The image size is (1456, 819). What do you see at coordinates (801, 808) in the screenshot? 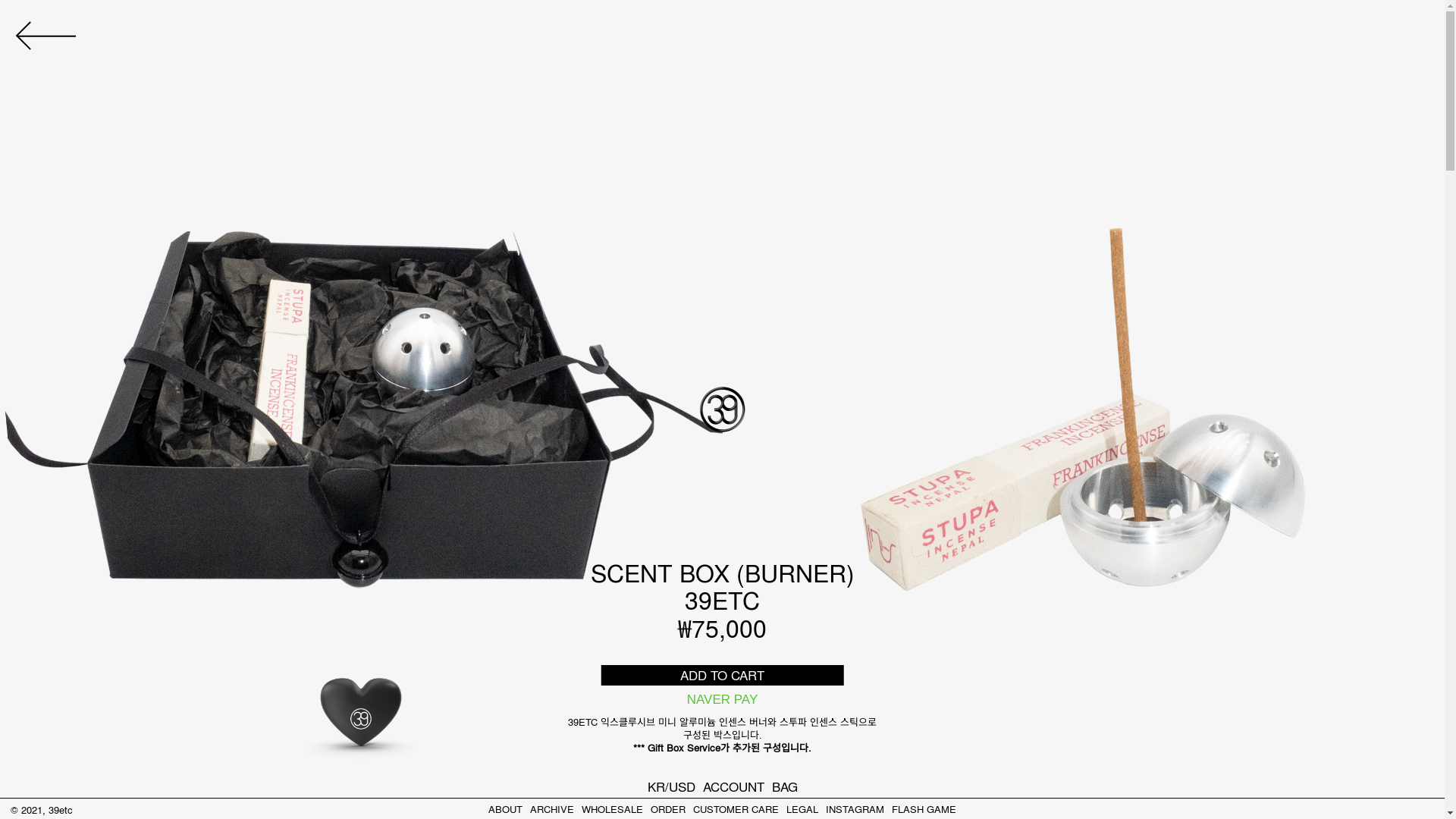
I see `'LEGAL'` at bounding box center [801, 808].